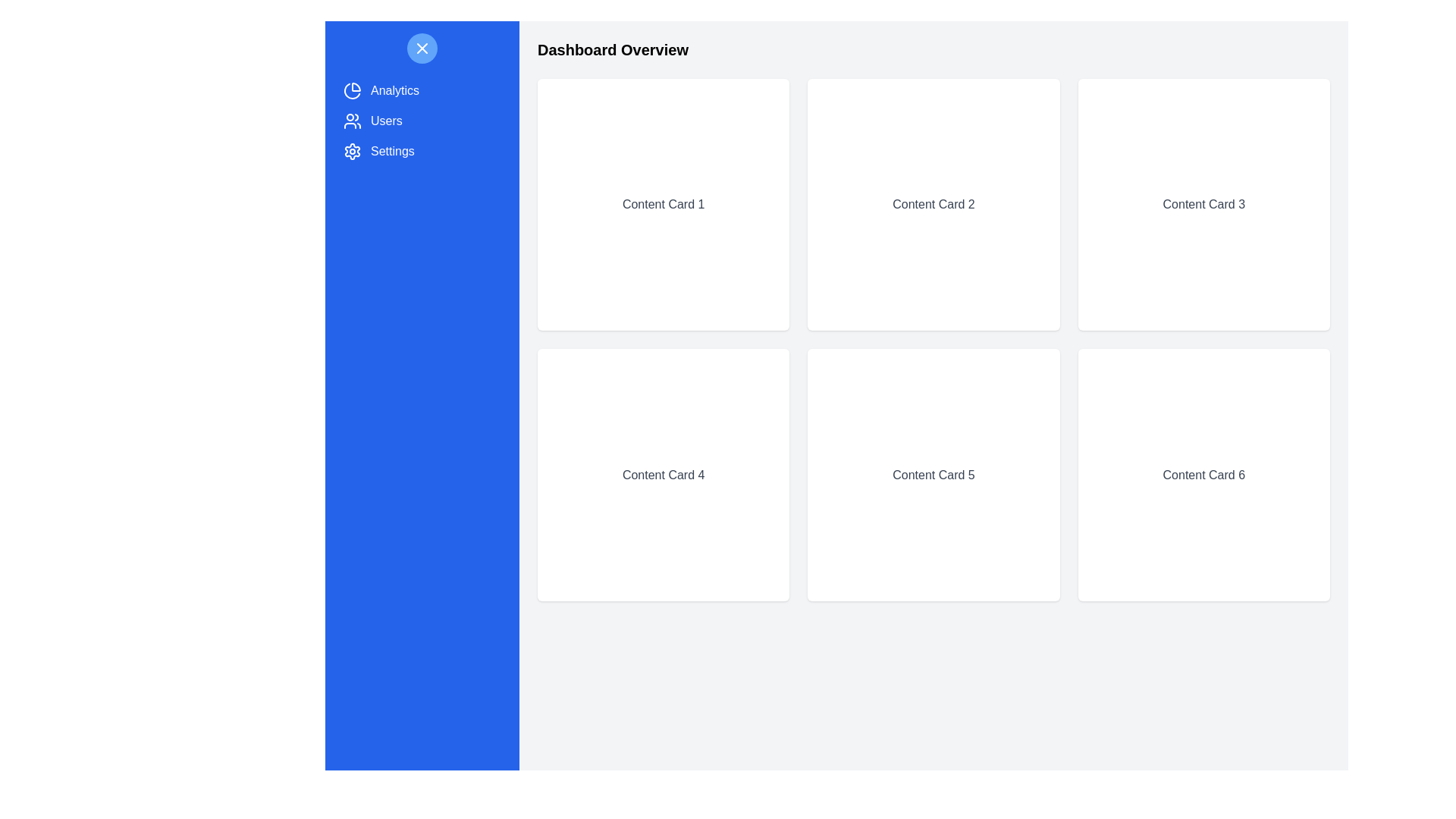 This screenshot has height=819, width=1456. What do you see at coordinates (422, 152) in the screenshot?
I see `the navigation drawer item labeled 'Settings' to observe its hover effect` at bounding box center [422, 152].